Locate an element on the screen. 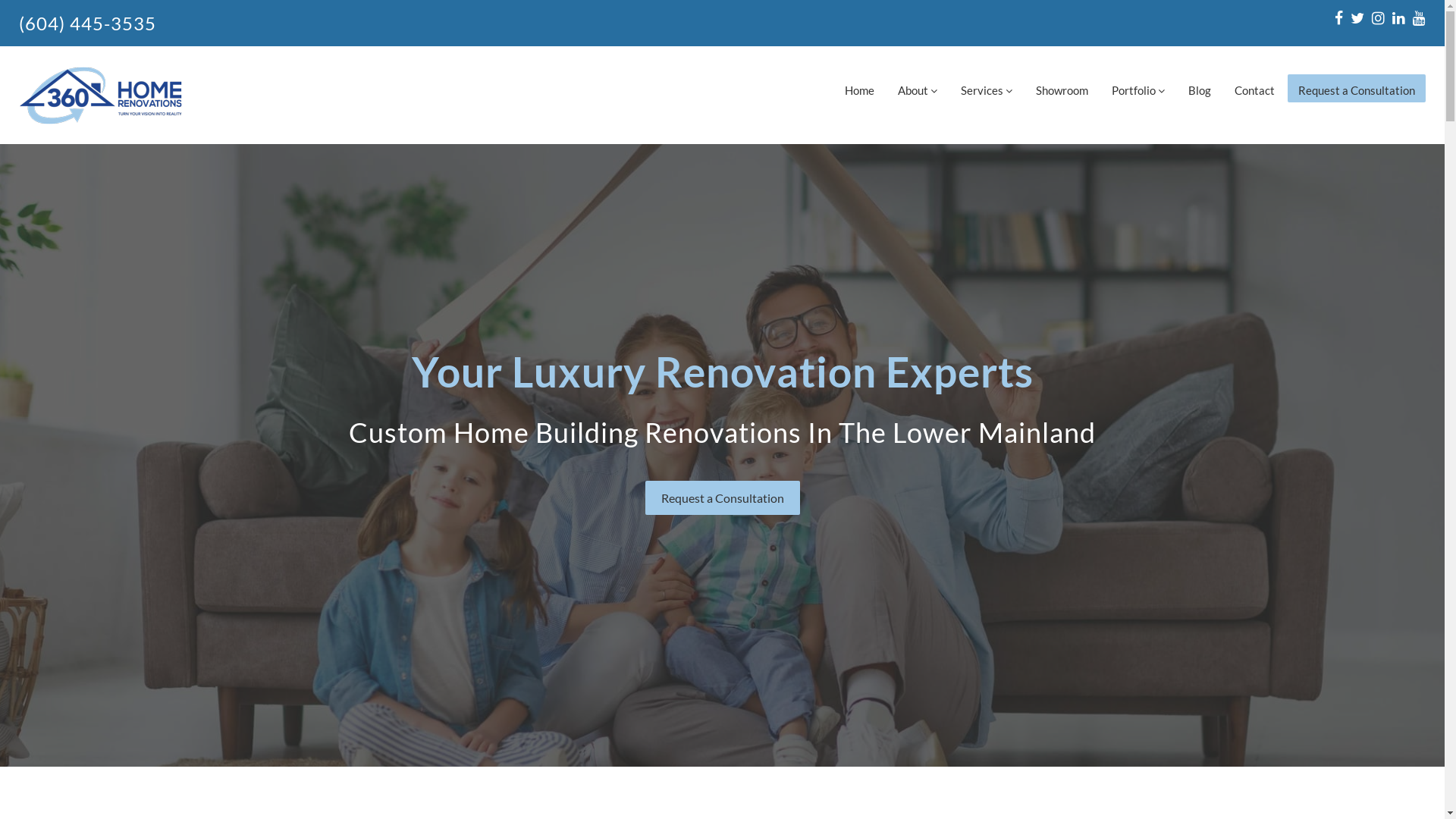 The width and height of the screenshot is (1456, 819). 'Request a Consultation' is located at coordinates (720, 497).